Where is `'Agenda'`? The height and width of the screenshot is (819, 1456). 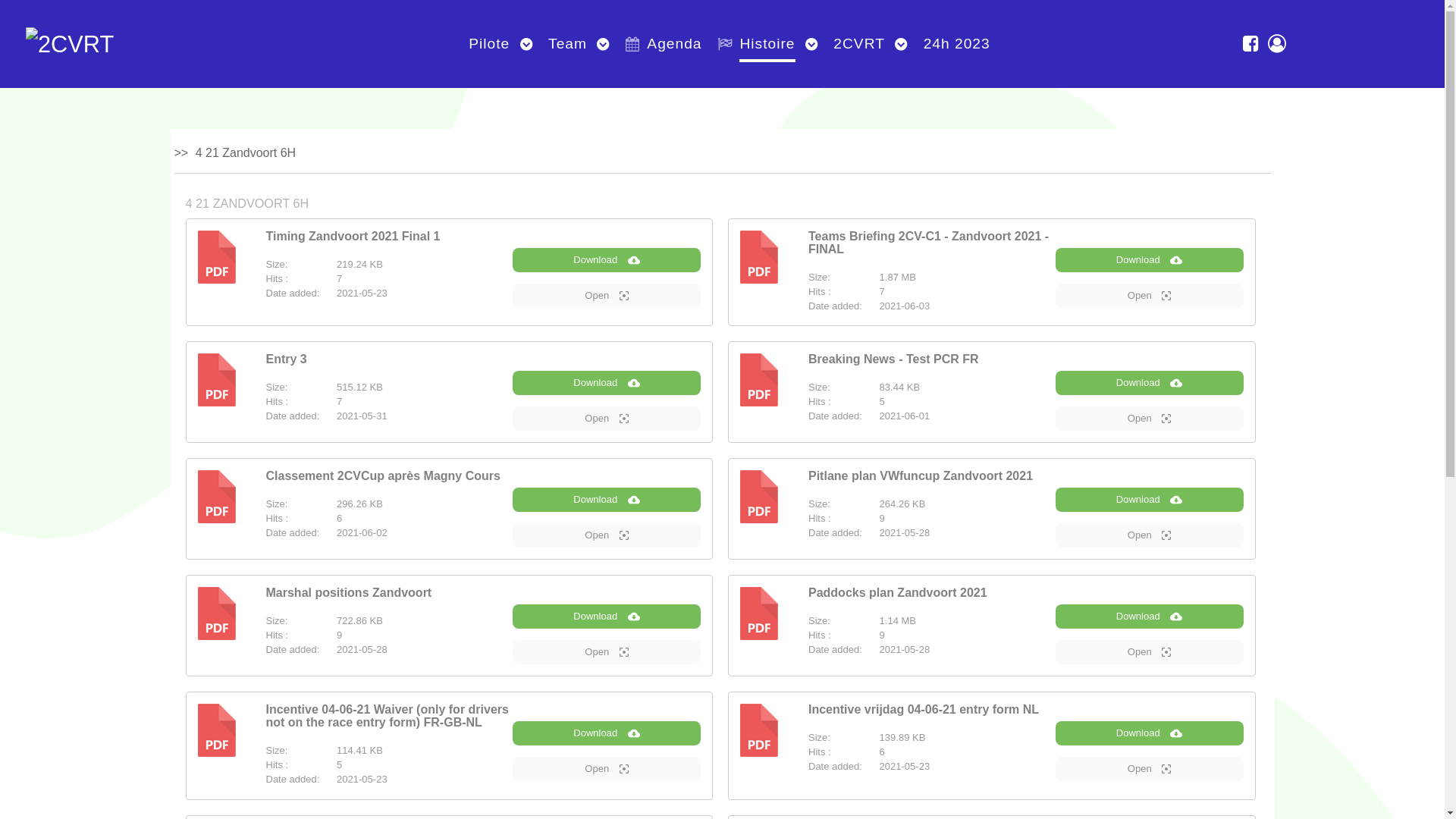
'Agenda' is located at coordinates (619, 43).